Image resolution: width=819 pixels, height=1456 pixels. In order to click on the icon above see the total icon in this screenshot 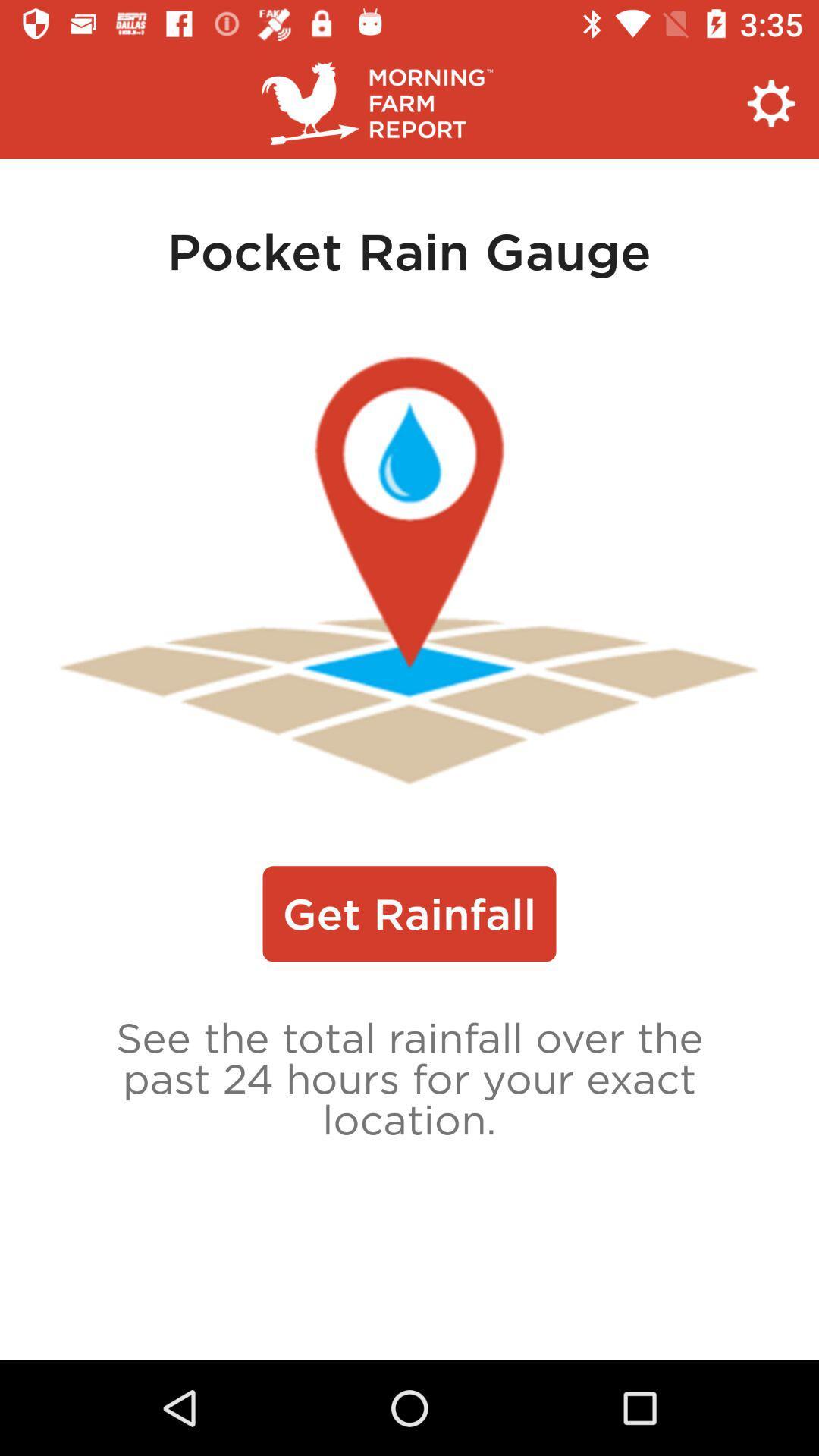, I will do `click(409, 913)`.